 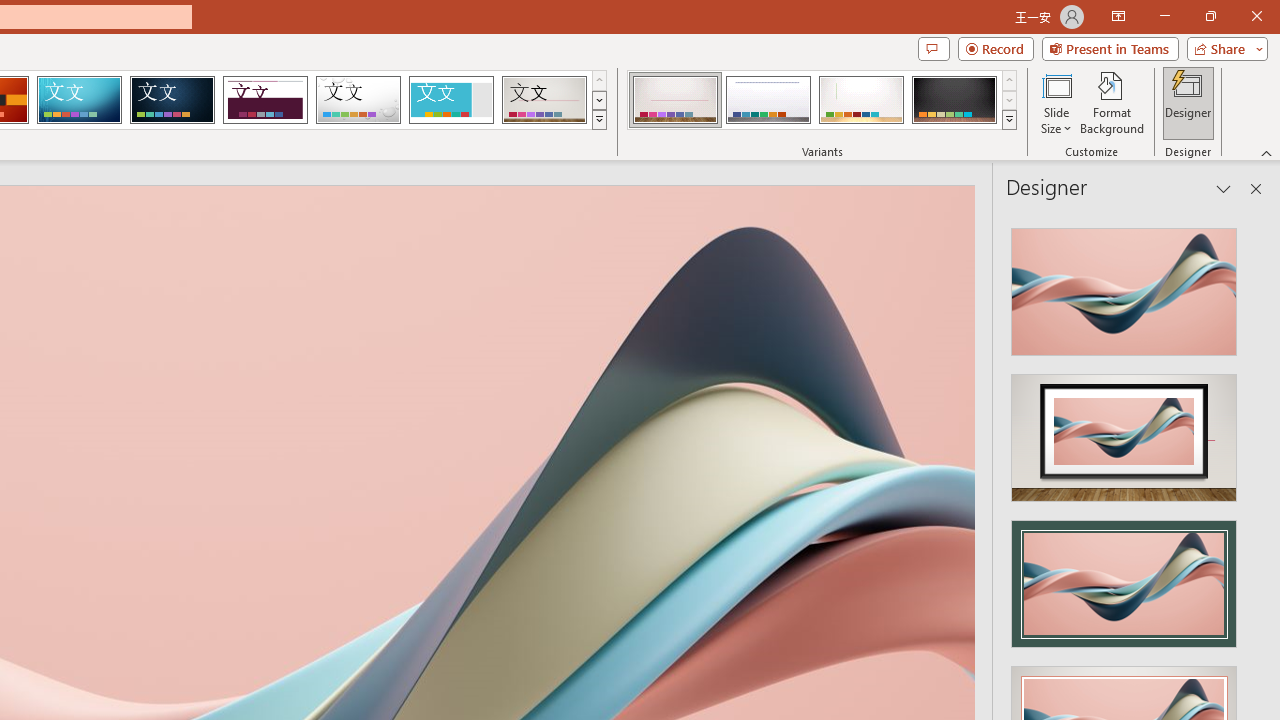 I want to click on 'Gallery', so click(x=544, y=100).